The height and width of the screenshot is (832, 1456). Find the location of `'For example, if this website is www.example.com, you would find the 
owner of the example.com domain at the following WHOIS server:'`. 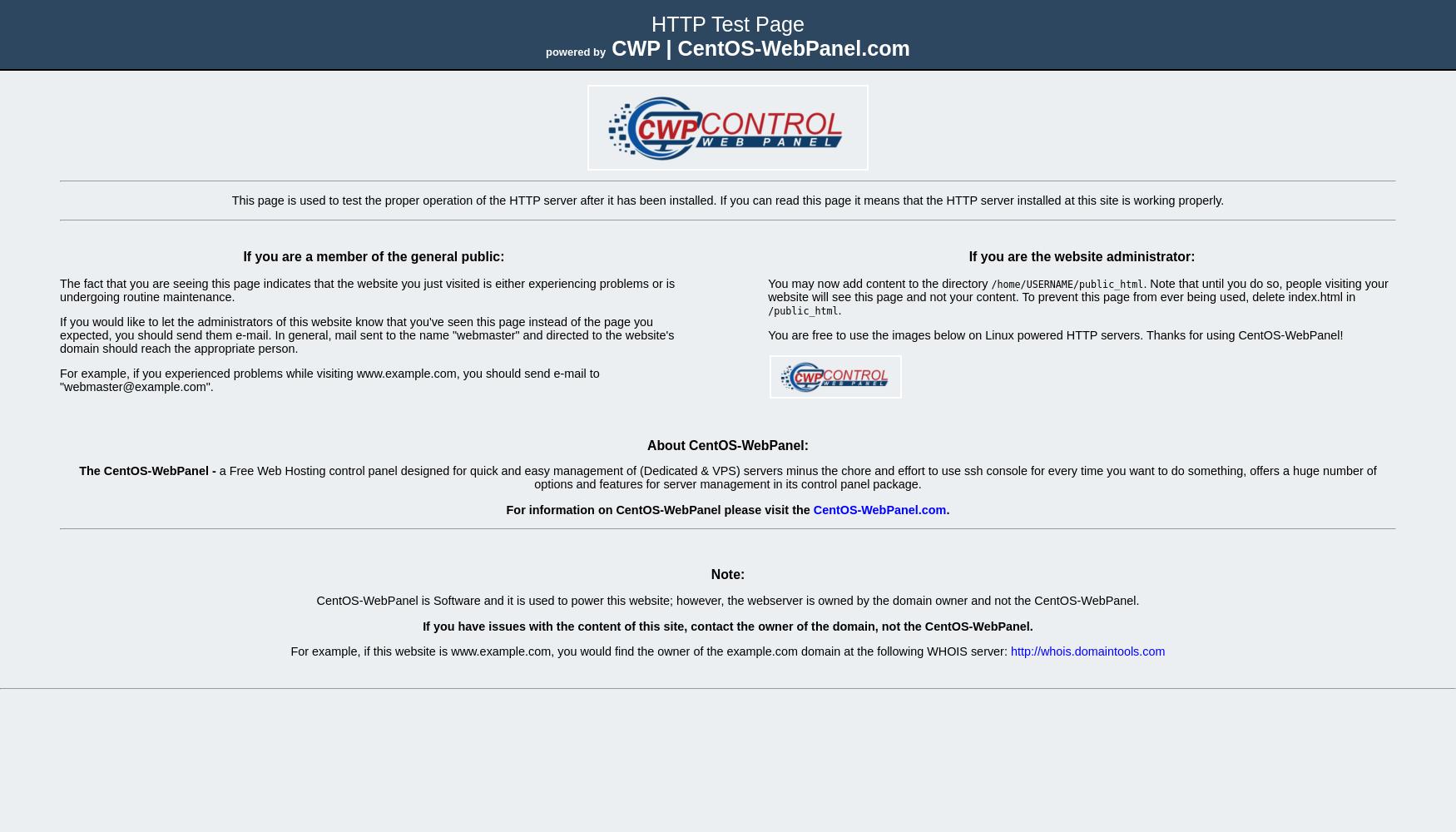

'For example, if this website is www.example.com, you would find the 
owner of the example.com domain at the following WHOIS server:' is located at coordinates (649, 651).